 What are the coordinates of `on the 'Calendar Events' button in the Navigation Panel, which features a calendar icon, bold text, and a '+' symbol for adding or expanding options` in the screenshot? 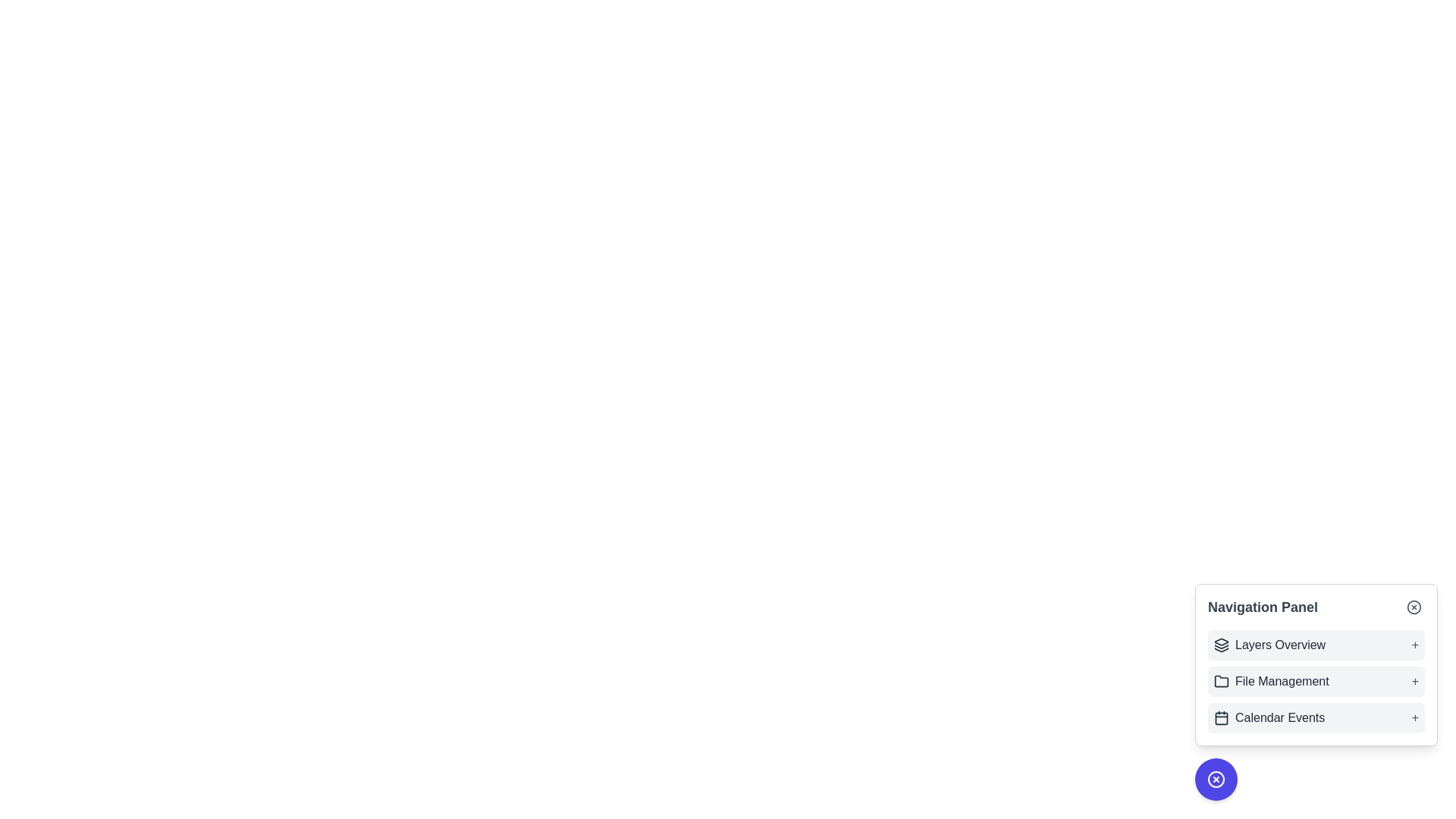 It's located at (1316, 717).